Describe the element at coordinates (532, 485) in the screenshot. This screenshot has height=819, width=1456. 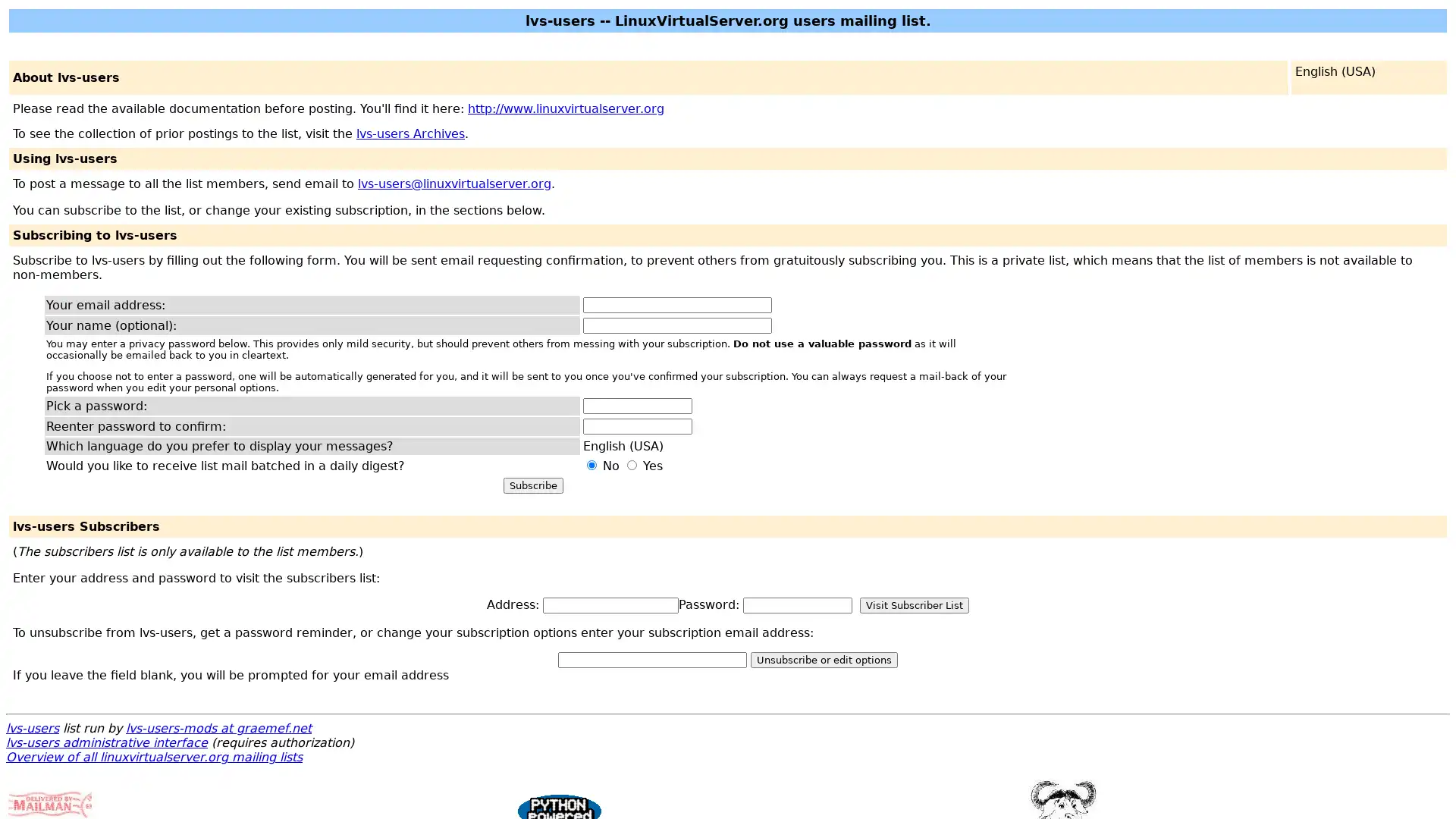
I see `Subscribe` at that location.